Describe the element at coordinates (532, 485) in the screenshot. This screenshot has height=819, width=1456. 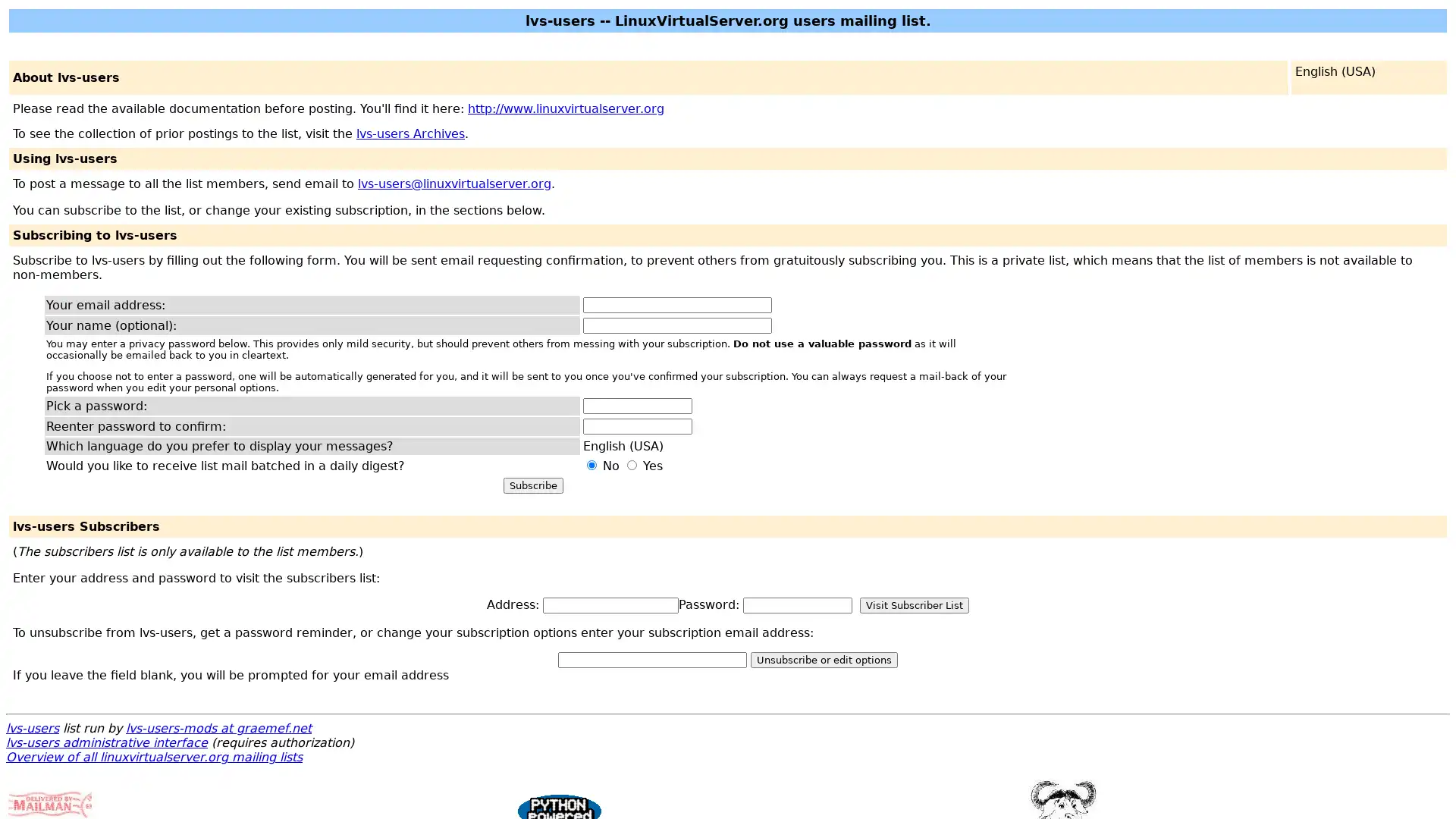
I see `Subscribe` at that location.